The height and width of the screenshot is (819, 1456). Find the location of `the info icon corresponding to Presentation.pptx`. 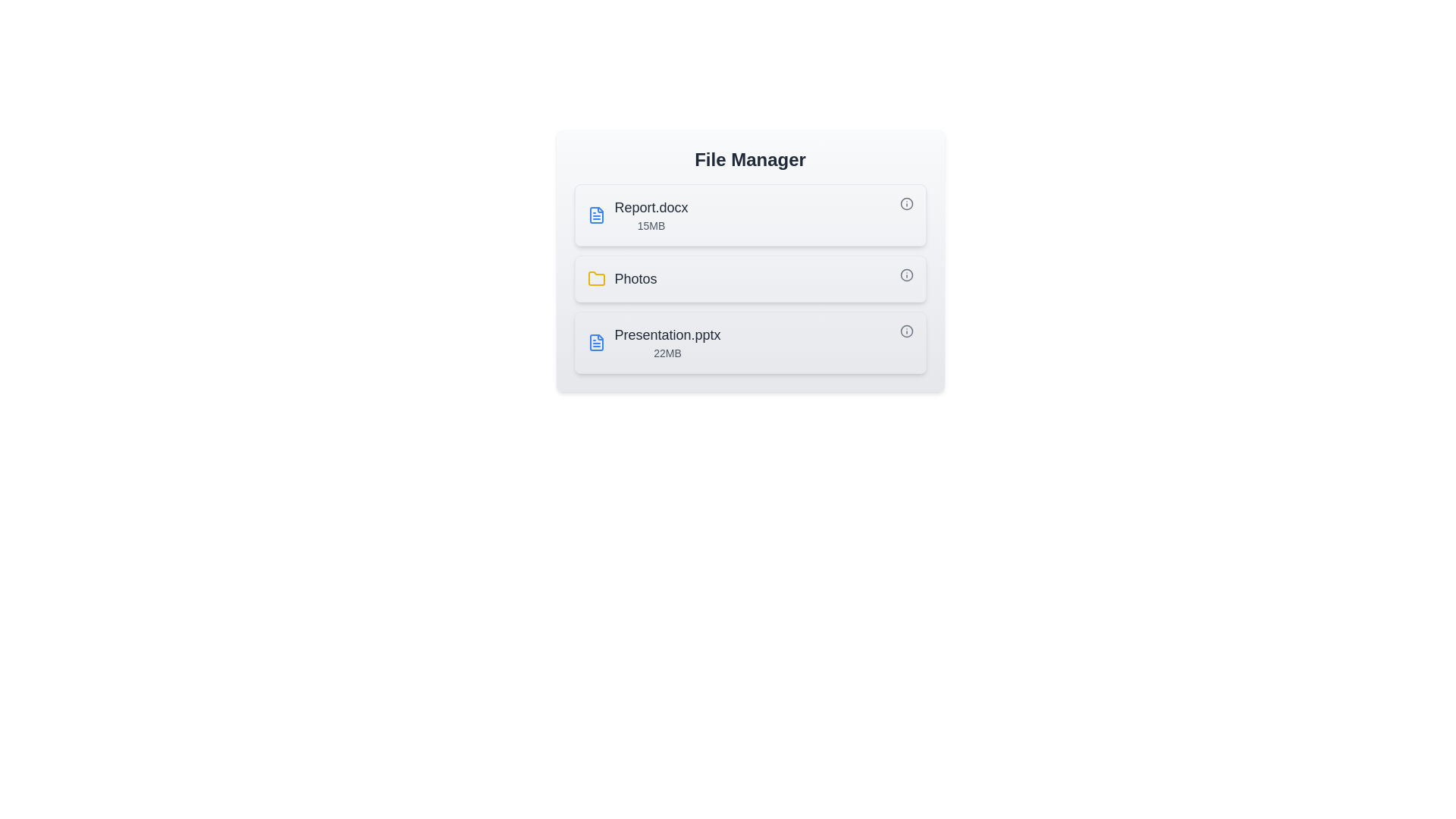

the info icon corresponding to Presentation.pptx is located at coordinates (906, 330).